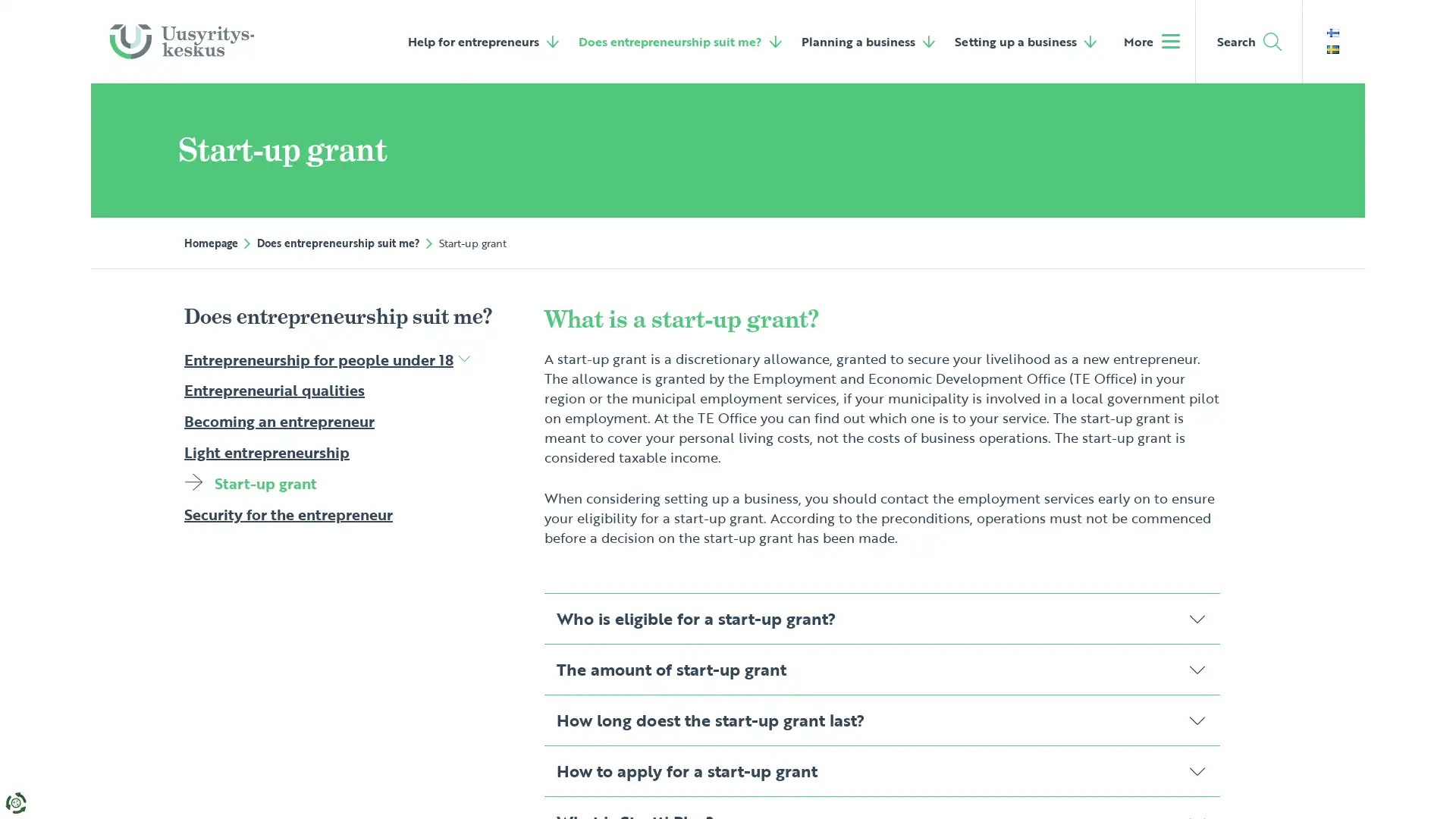 Image resolution: width=1456 pixels, height=819 pixels. Describe the element at coordinates (881, 668) in the screenshot. I see `The amount of start-up grant` at that location.